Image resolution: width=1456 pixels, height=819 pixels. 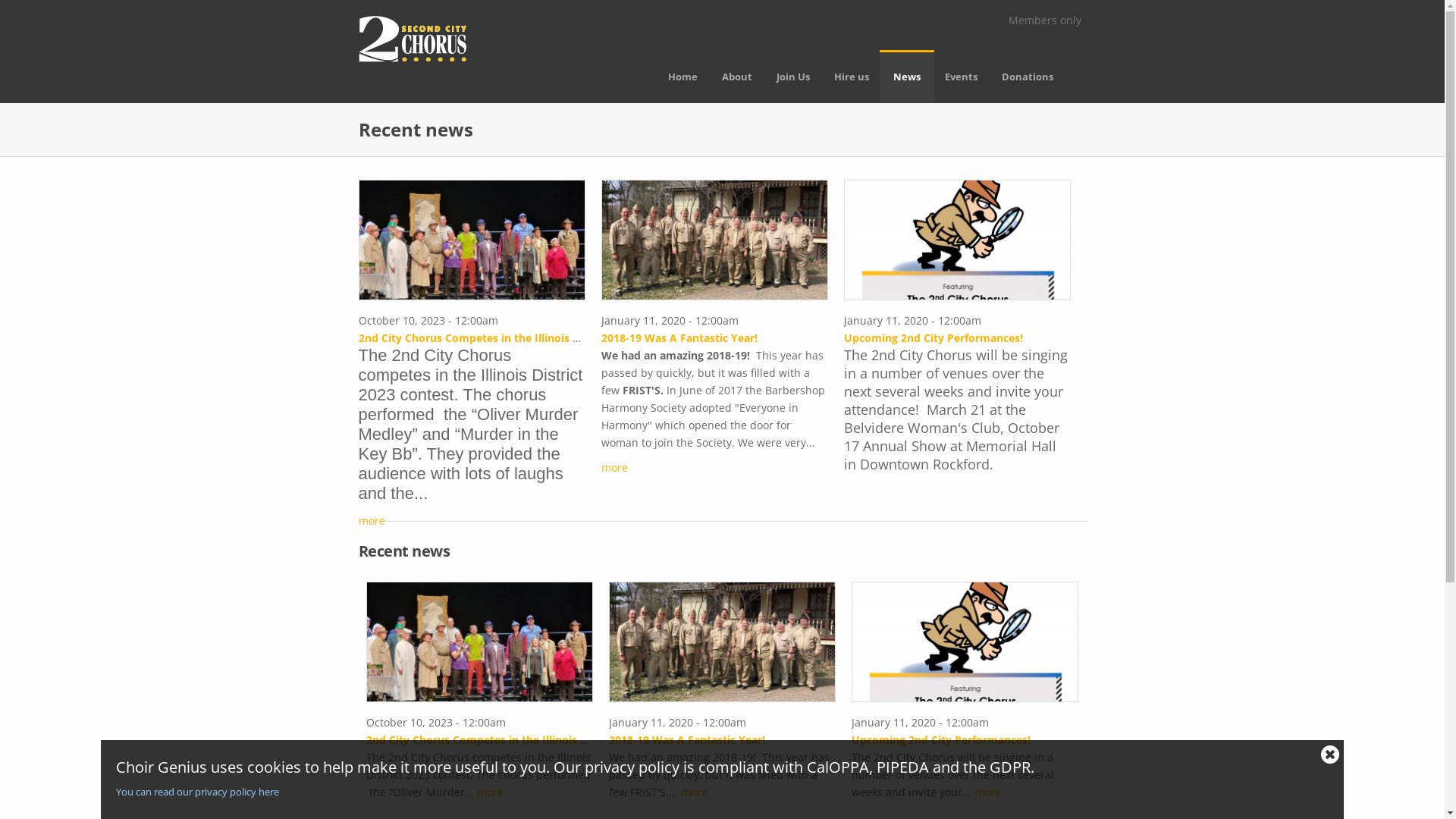 What do you see at coordinates (1043, 20) in the screenshot?
I see `'Members only'` at bounding box center [1043, 20].